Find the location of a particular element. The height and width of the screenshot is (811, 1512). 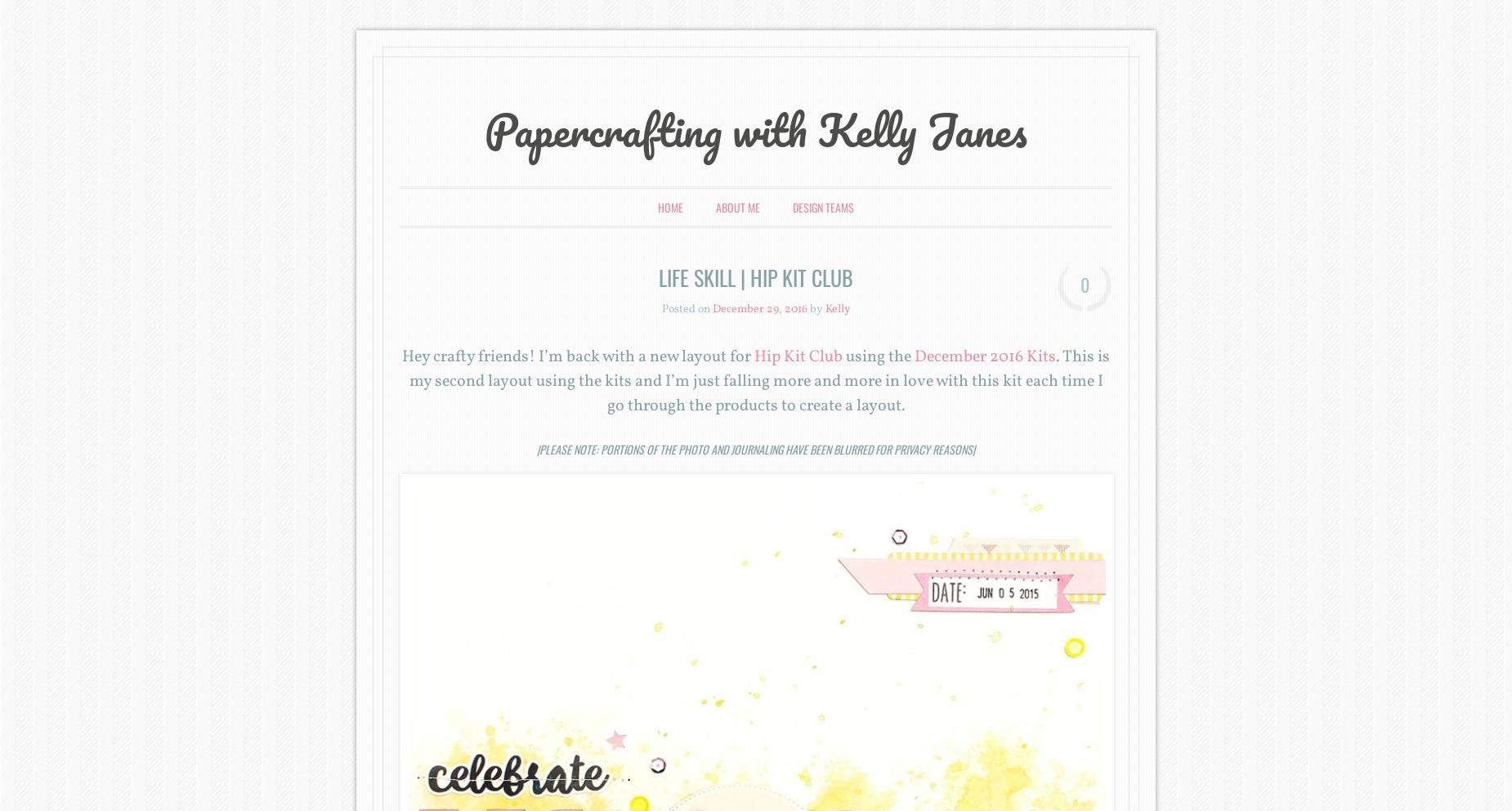

'Posted on' is located at coordinates (661, 309).